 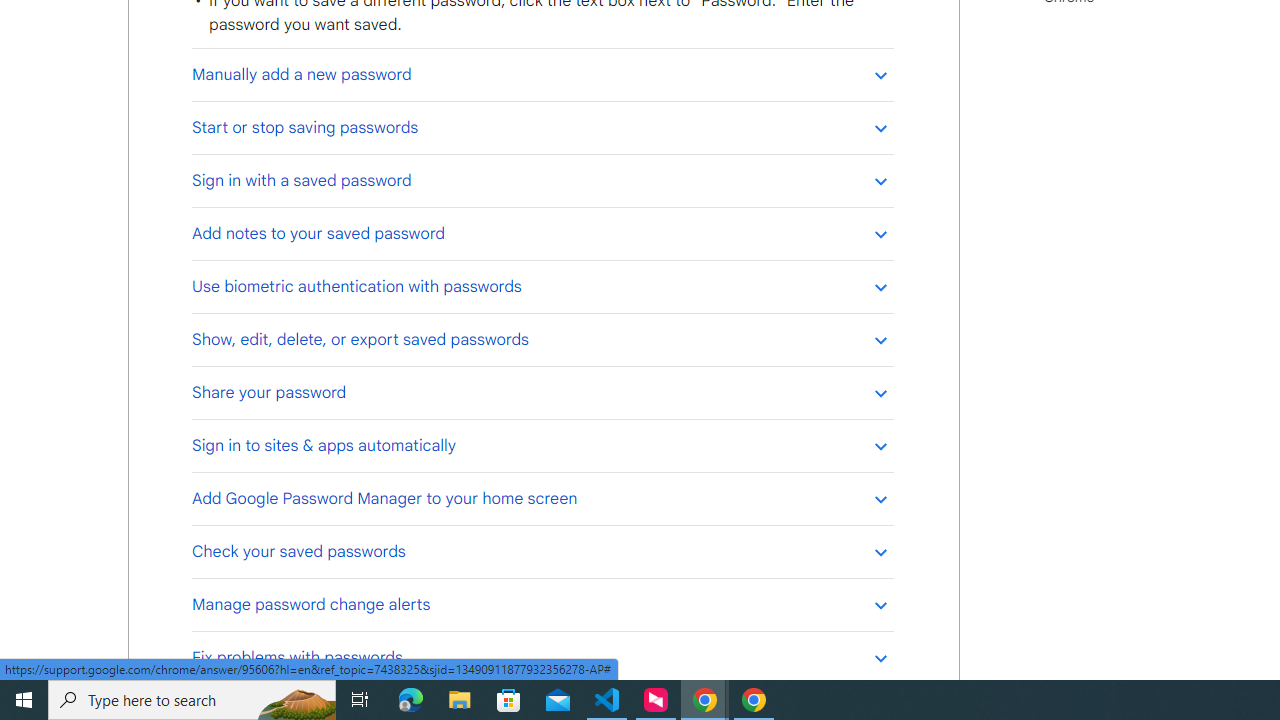 What do you see at coordinates (542, 73) in the screenshot?
I see `'Manually add a new password'` at bounding box center [542, 73].